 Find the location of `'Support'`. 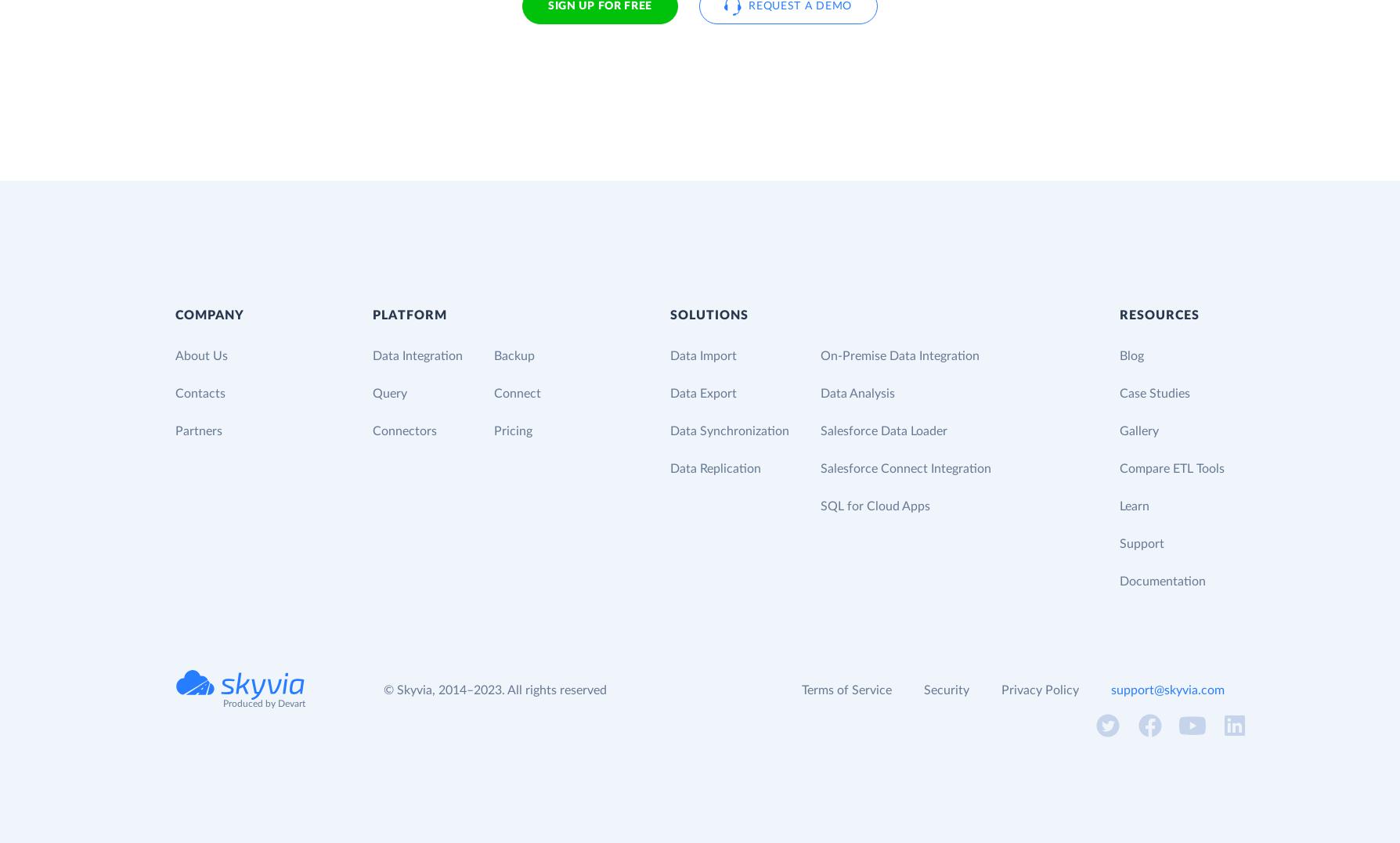

'Support' is located at coordinates (1141, 542).